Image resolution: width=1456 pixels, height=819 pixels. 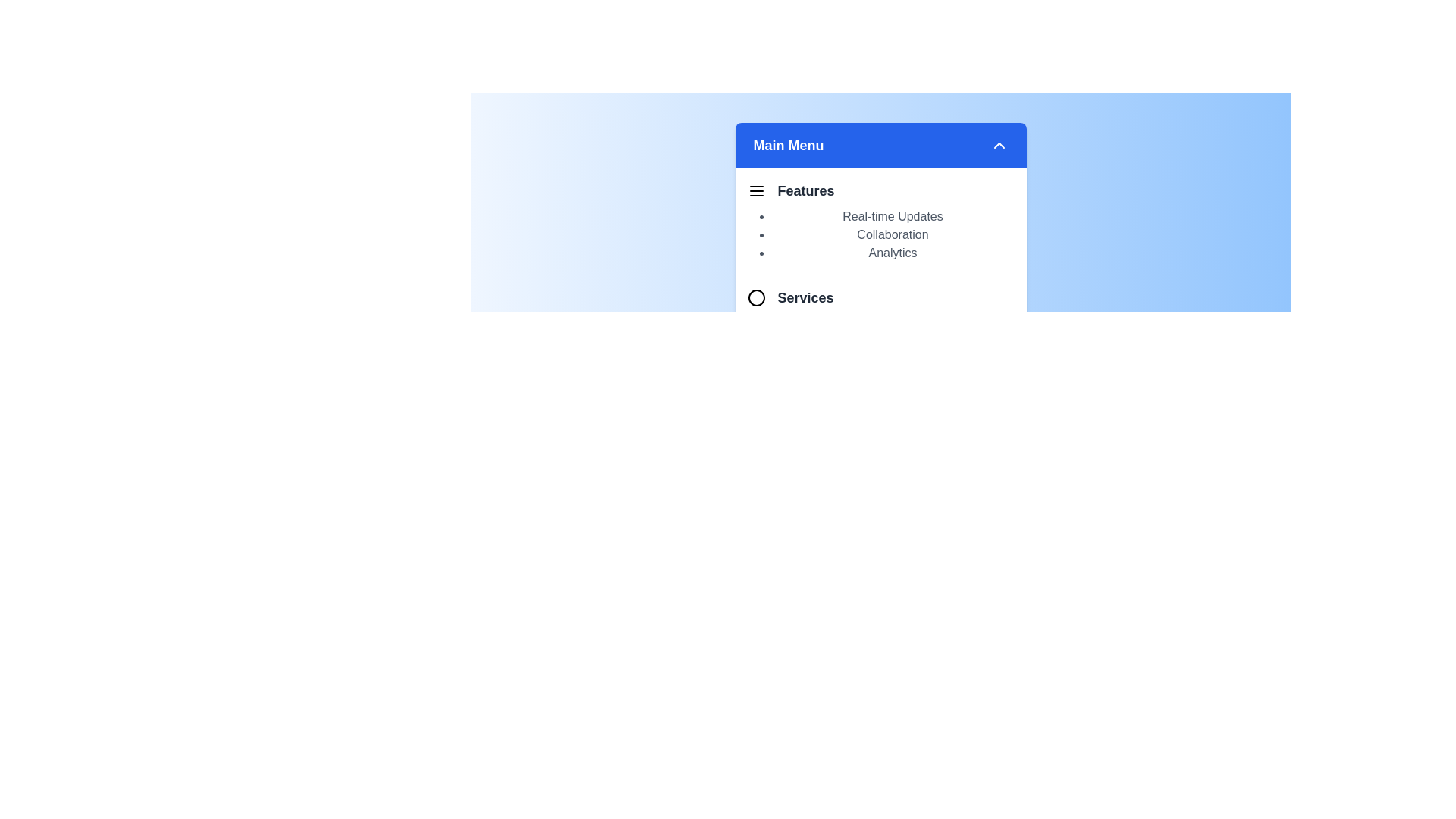 What do you see at coordinates (756, 190) in the screenshot?
I see `the icon representing the Features section` at bounding box center [756, 190].